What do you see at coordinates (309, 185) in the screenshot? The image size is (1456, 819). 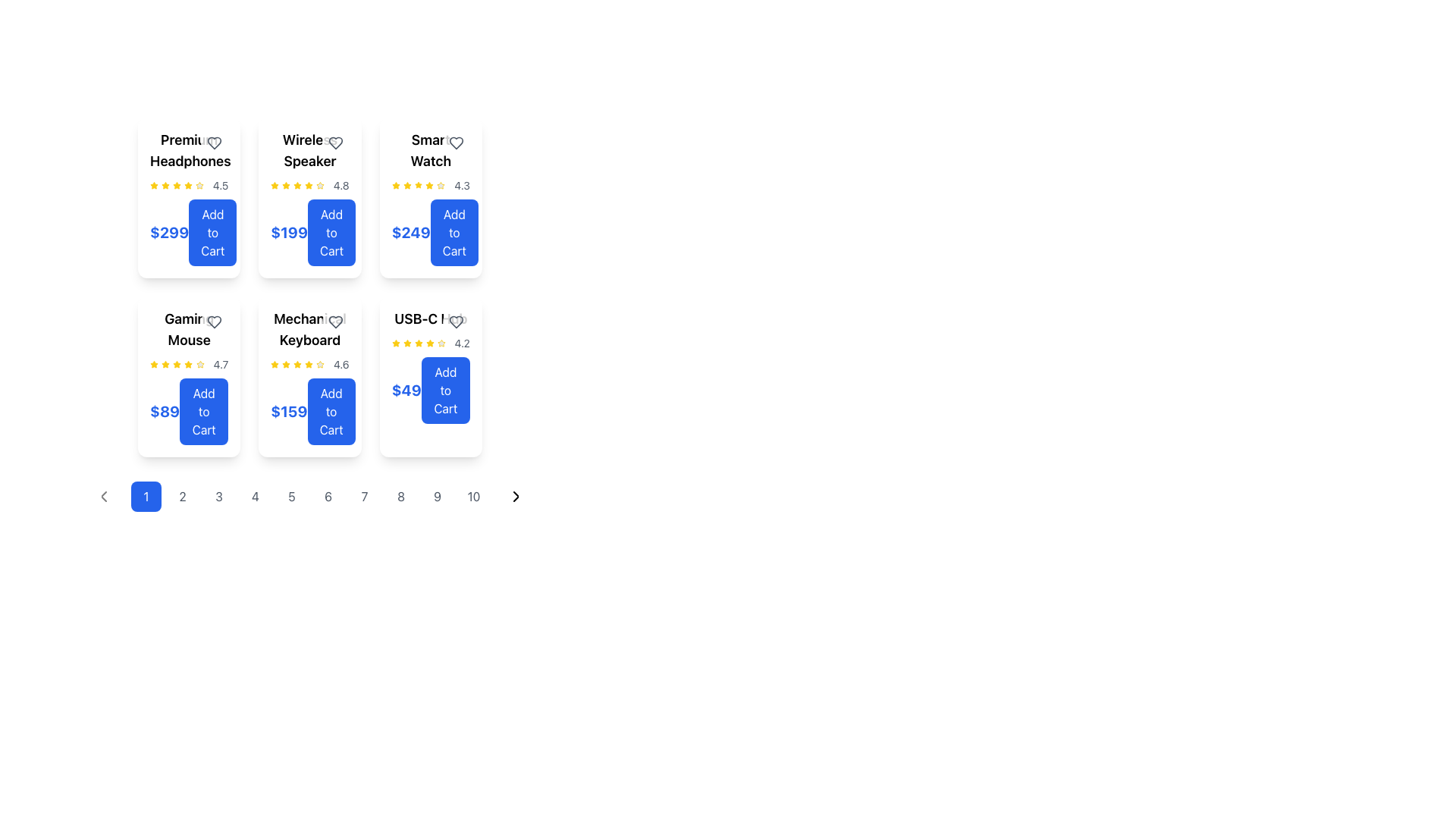 I see `the static grouped rating representation located under the product 'Wireless Speaker', which visually indicates the product rating with stars and a numerical value` at bounding box center [309, 185].